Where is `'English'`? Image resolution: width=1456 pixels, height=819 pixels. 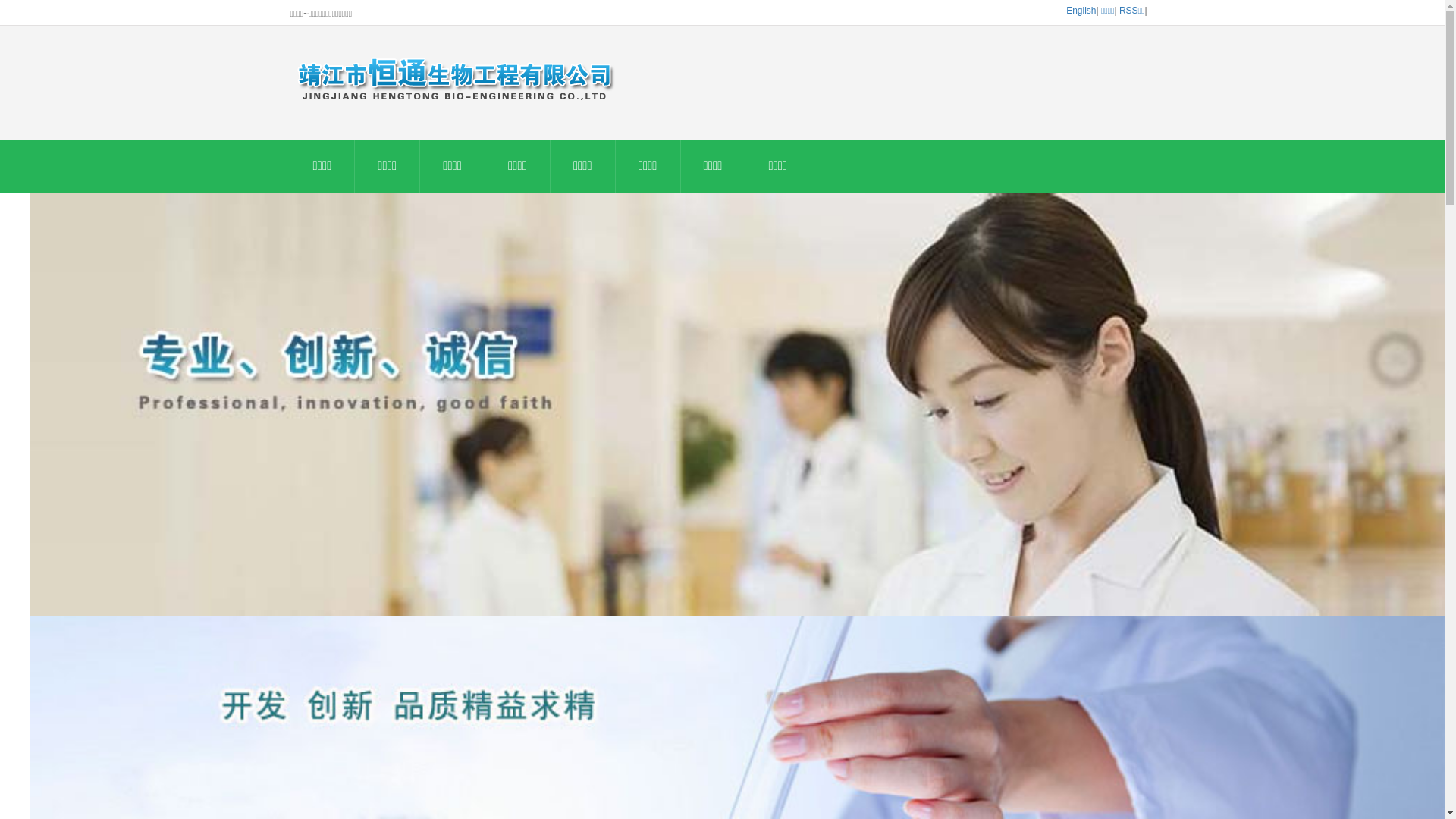 'English' is located at coordinates (1080, 11).